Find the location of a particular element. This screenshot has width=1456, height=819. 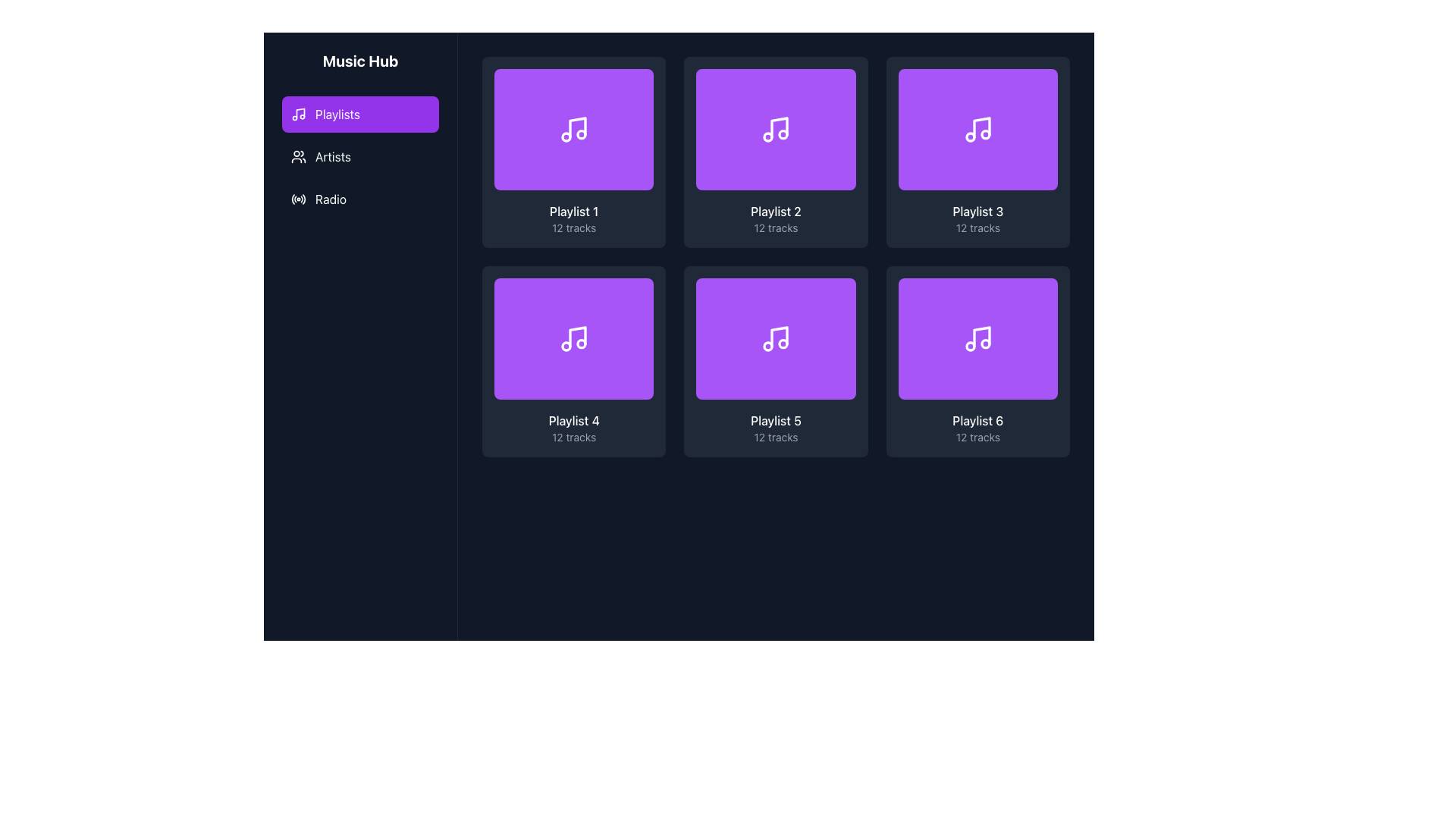

the card header with a white music note icon, which is the third card in the top row under 'Playlist 3' is located at coordinates (977, 128).